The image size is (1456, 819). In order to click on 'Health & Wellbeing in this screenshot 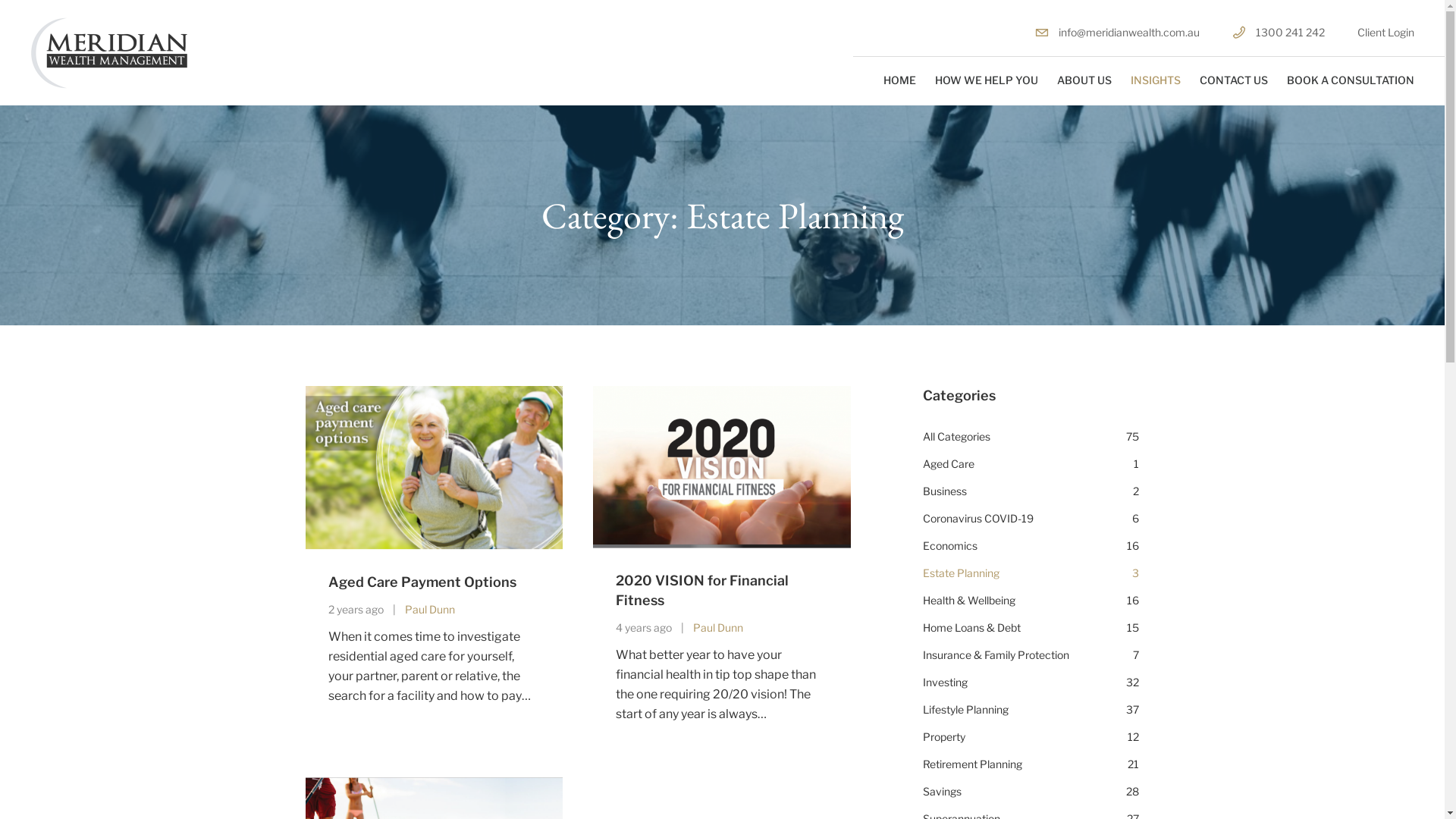, I will do `click(1031, 599)`.